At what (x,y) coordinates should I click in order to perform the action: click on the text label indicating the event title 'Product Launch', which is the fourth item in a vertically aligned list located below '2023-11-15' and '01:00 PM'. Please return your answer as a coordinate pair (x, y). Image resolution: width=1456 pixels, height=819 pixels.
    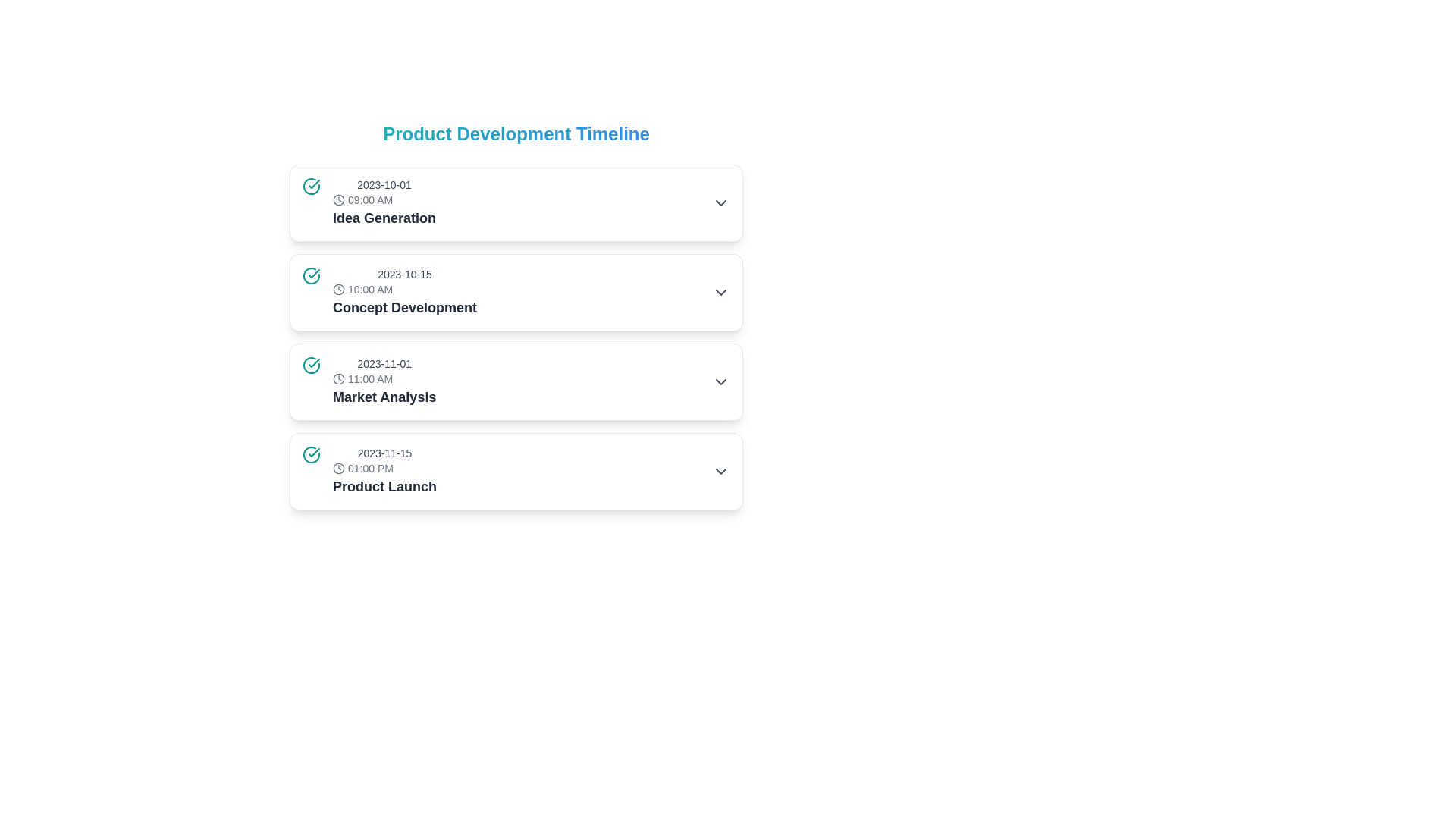
    Looking at the image, I should click on (384, 486).